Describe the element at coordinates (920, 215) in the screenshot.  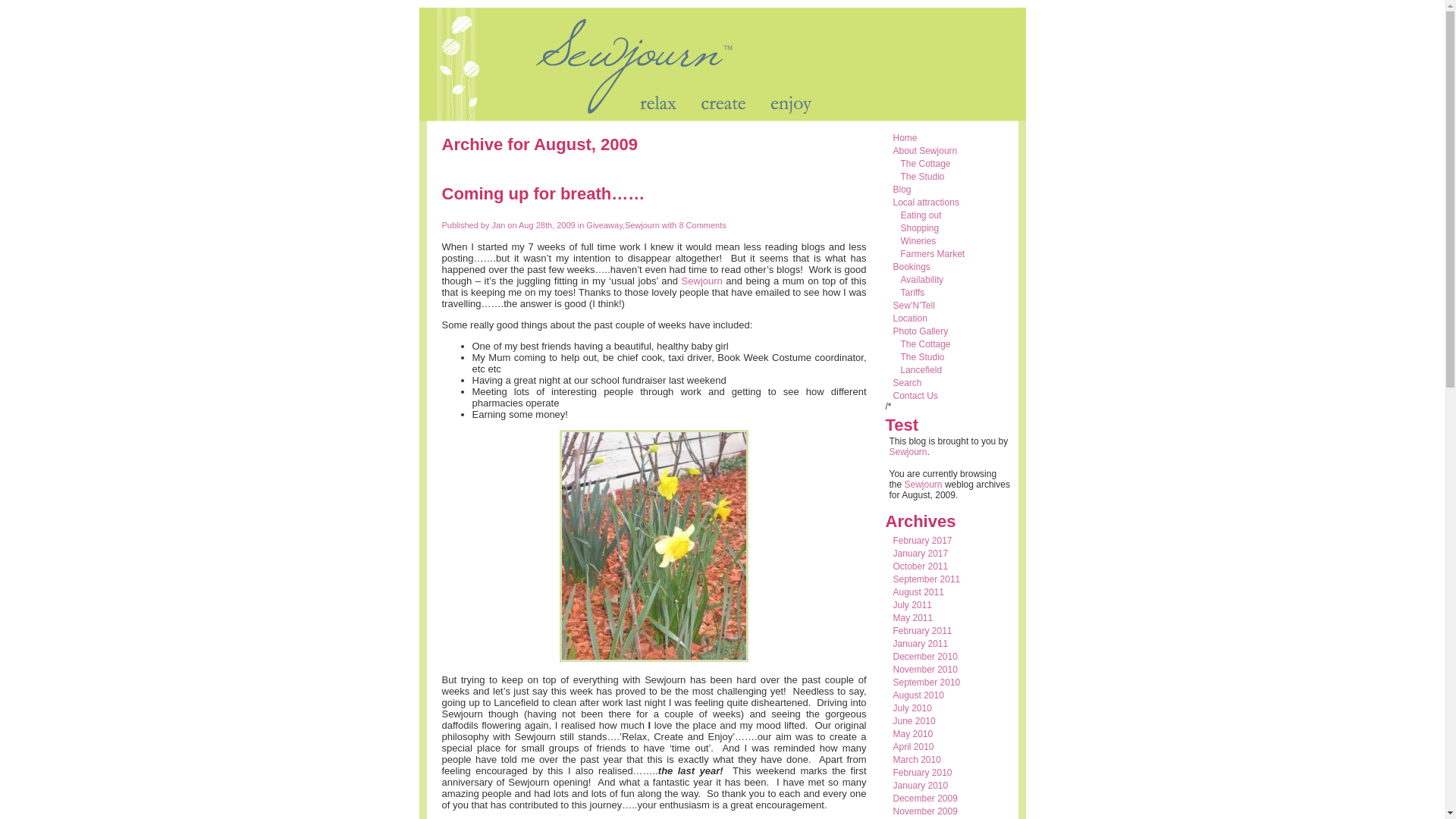
I see `'Eating out'` at that location.